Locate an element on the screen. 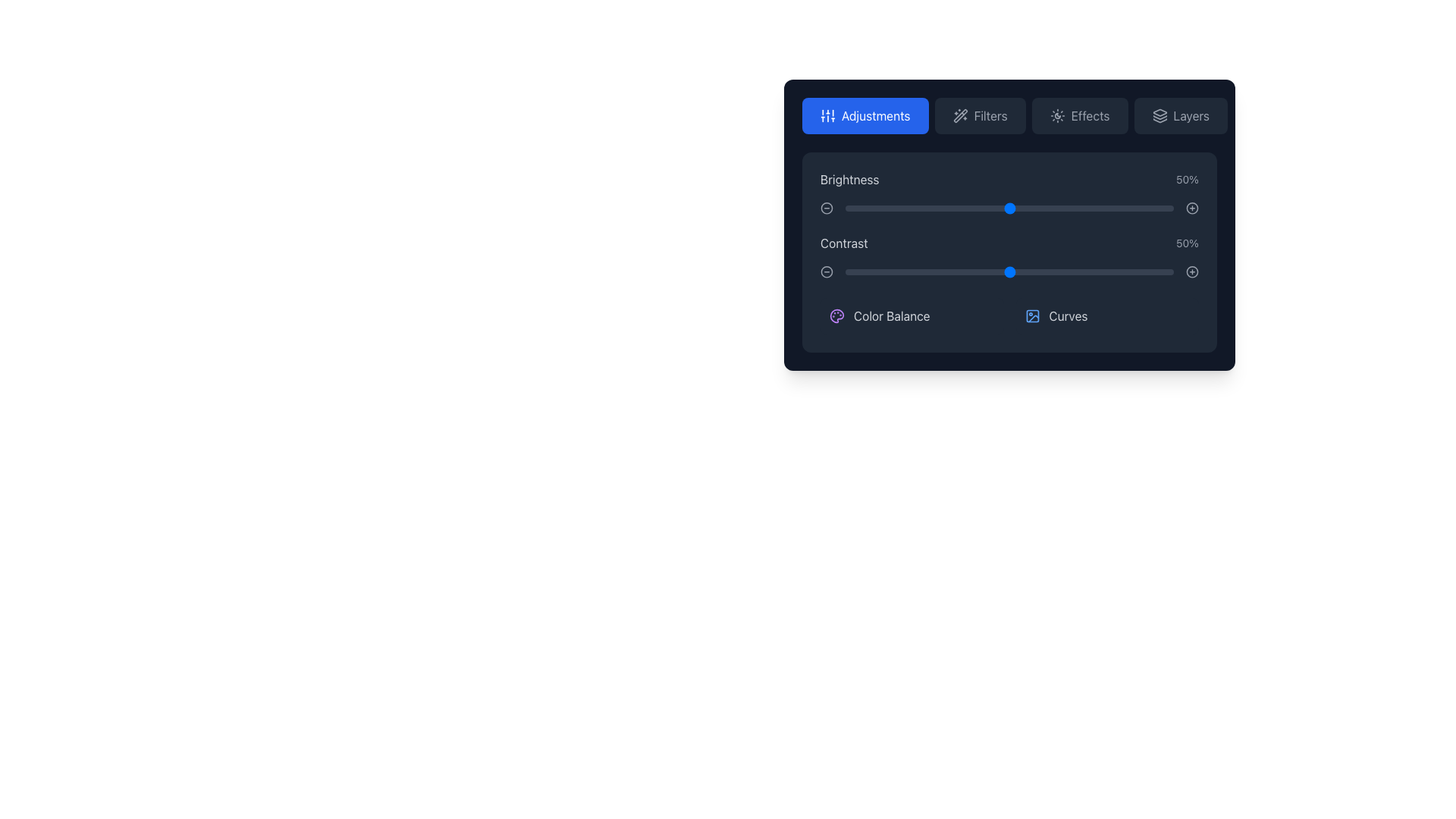 This screenshot has height=819, width=1456. the brightness value is located at coordinates (977, 208).